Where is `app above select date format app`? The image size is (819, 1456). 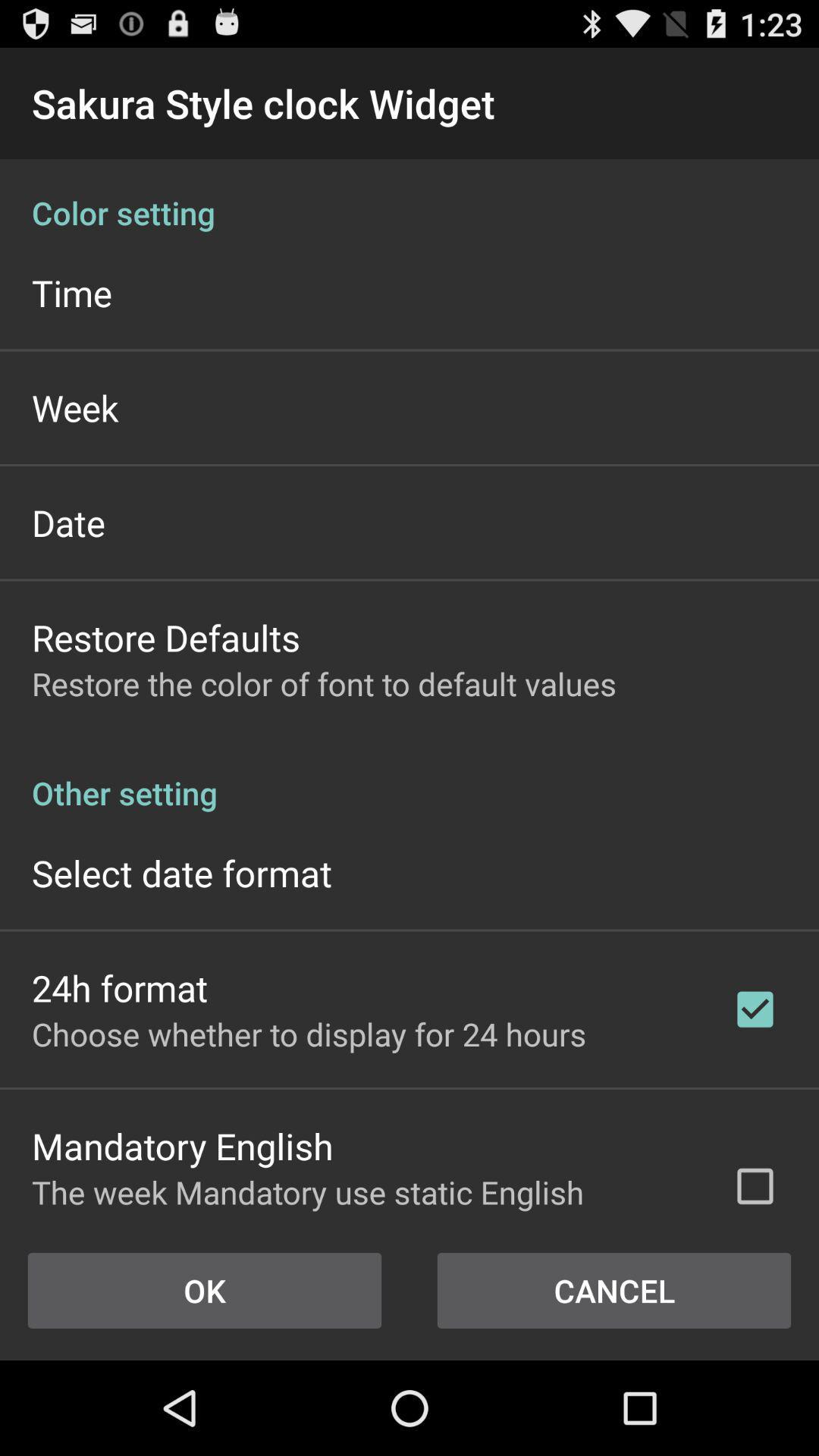 app above select date format app is located at coordinates (409, 777).